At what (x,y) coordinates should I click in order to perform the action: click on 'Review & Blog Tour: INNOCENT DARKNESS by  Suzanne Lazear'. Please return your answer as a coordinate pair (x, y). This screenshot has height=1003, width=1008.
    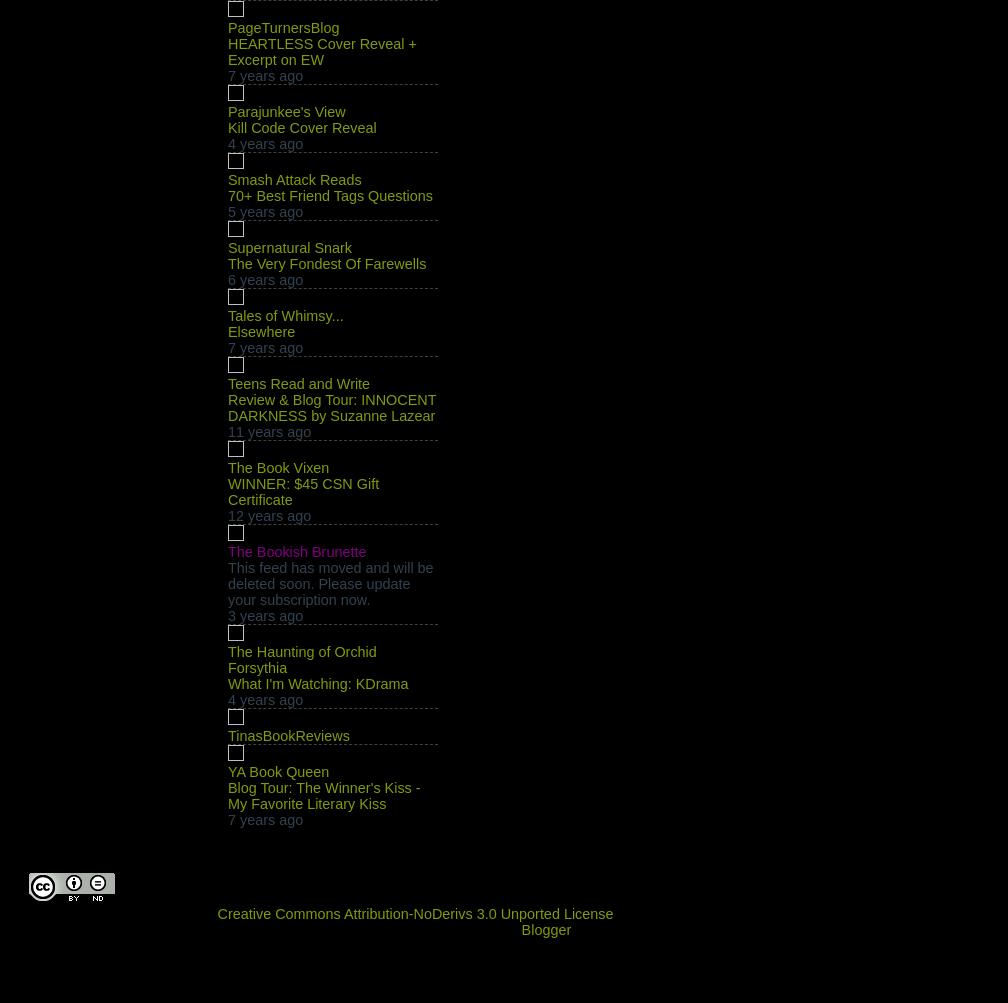
    Looking at the image, I should click on (332, 408).